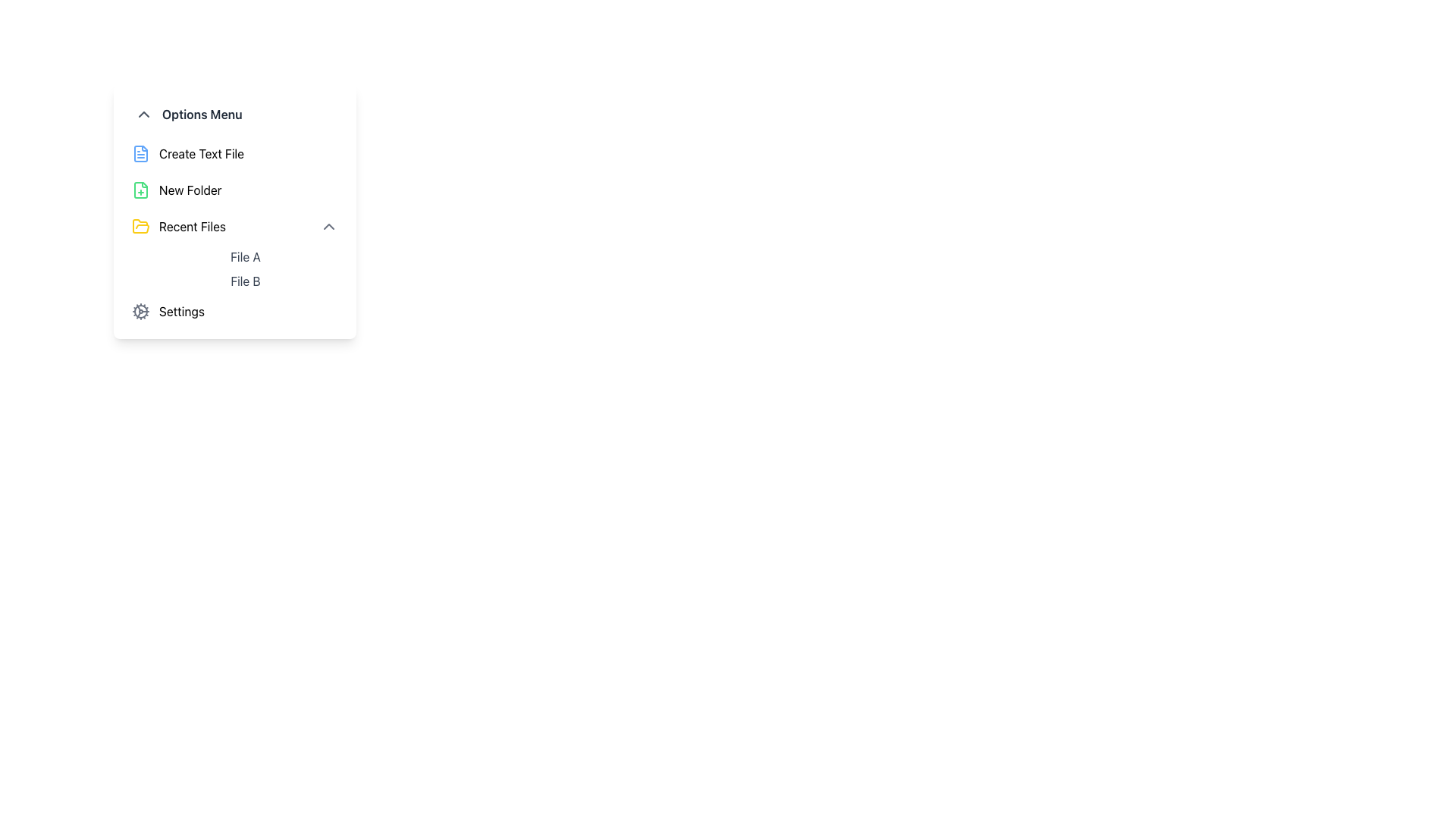  What do you see at coordinates (141, 154) in the screenshot?
I see `the 'Create Text File' icon, which is visually represented and positioned above the 'New Folder' and below the 'Options Menu' heading` at bounding box center [141, 154].